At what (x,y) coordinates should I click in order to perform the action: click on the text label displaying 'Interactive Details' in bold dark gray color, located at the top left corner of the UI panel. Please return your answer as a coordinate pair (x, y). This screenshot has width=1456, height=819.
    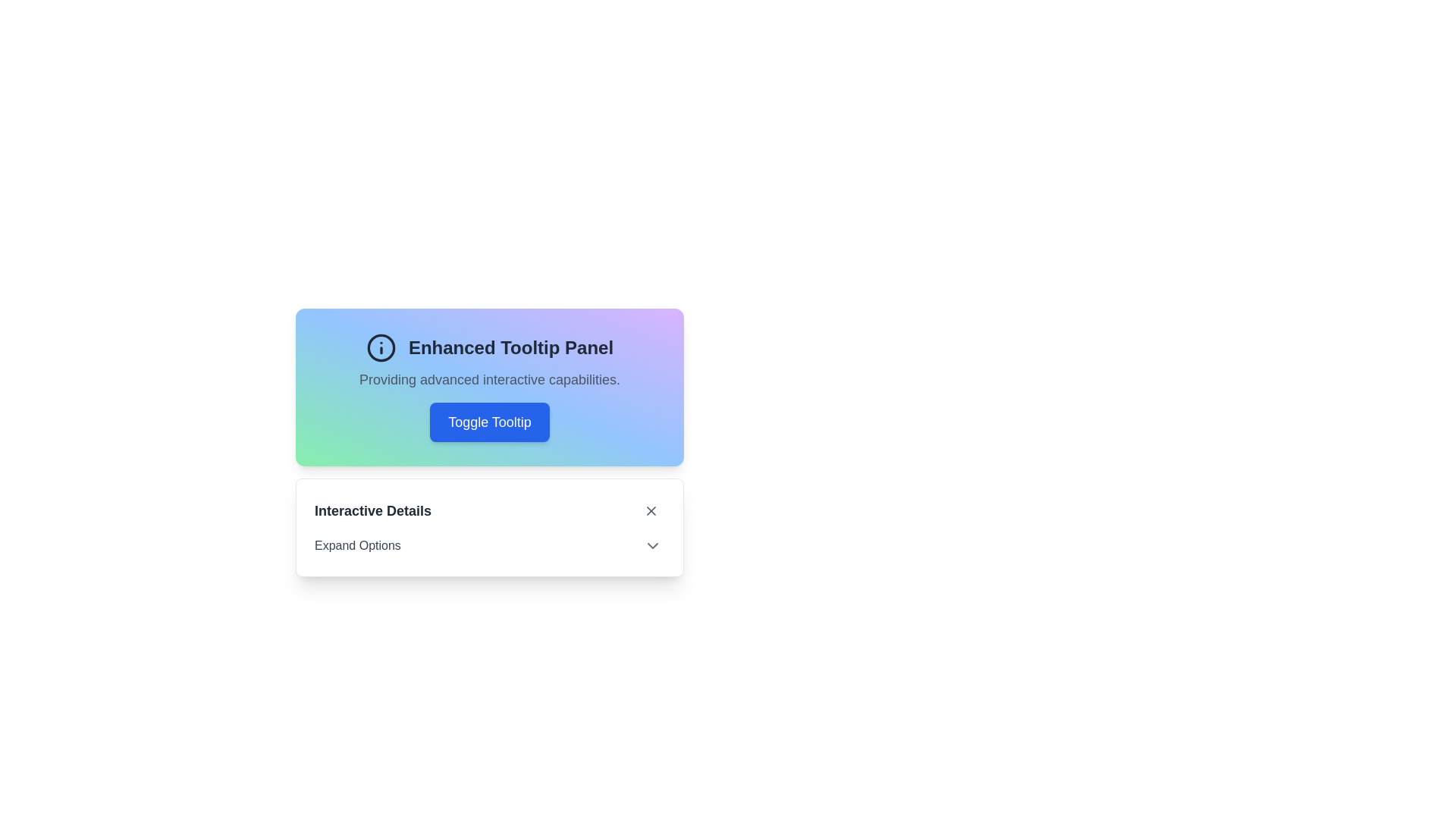
    Looking at the image, I should click on (373, 511).